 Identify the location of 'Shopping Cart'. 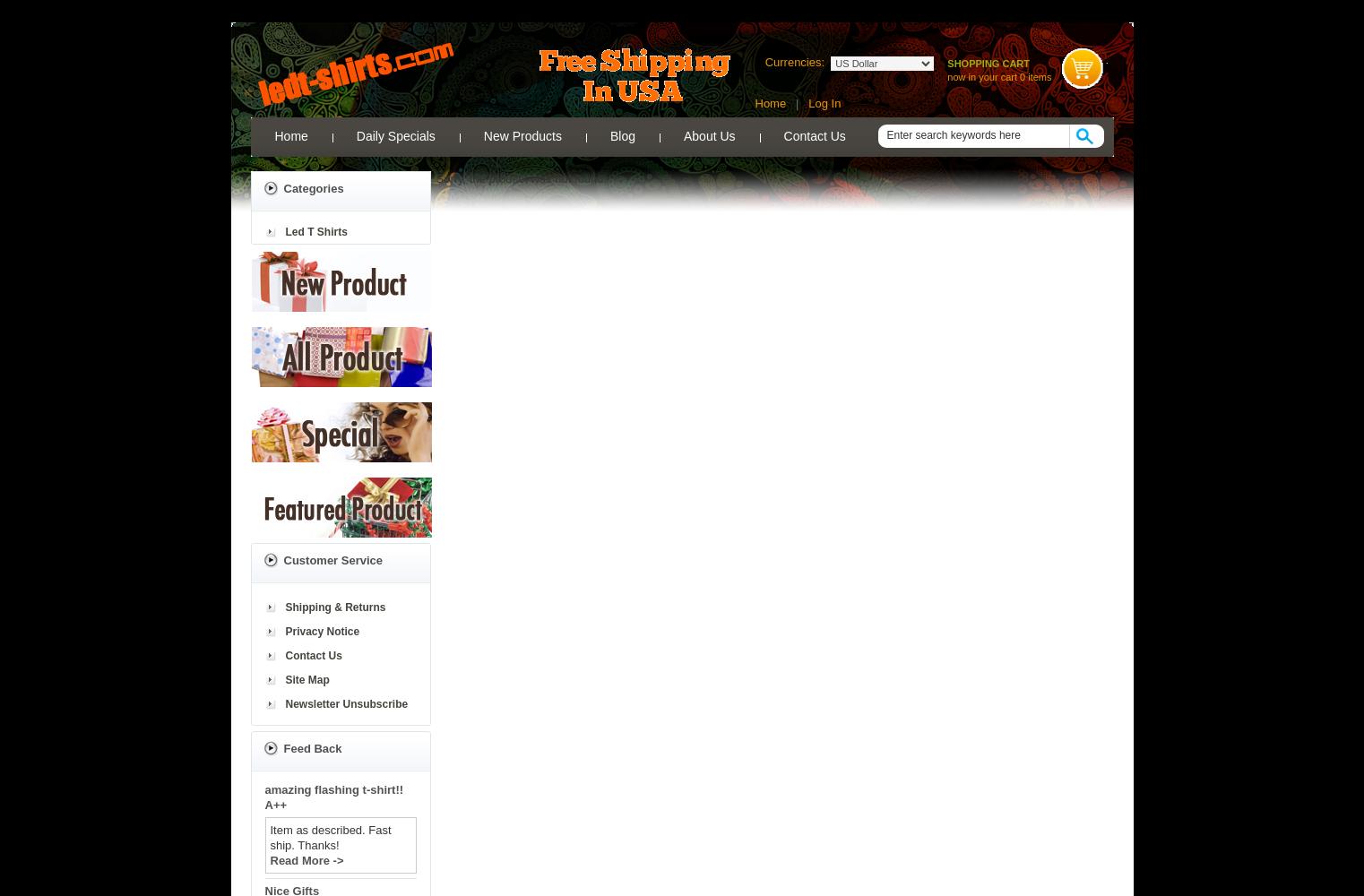
(987, 63).